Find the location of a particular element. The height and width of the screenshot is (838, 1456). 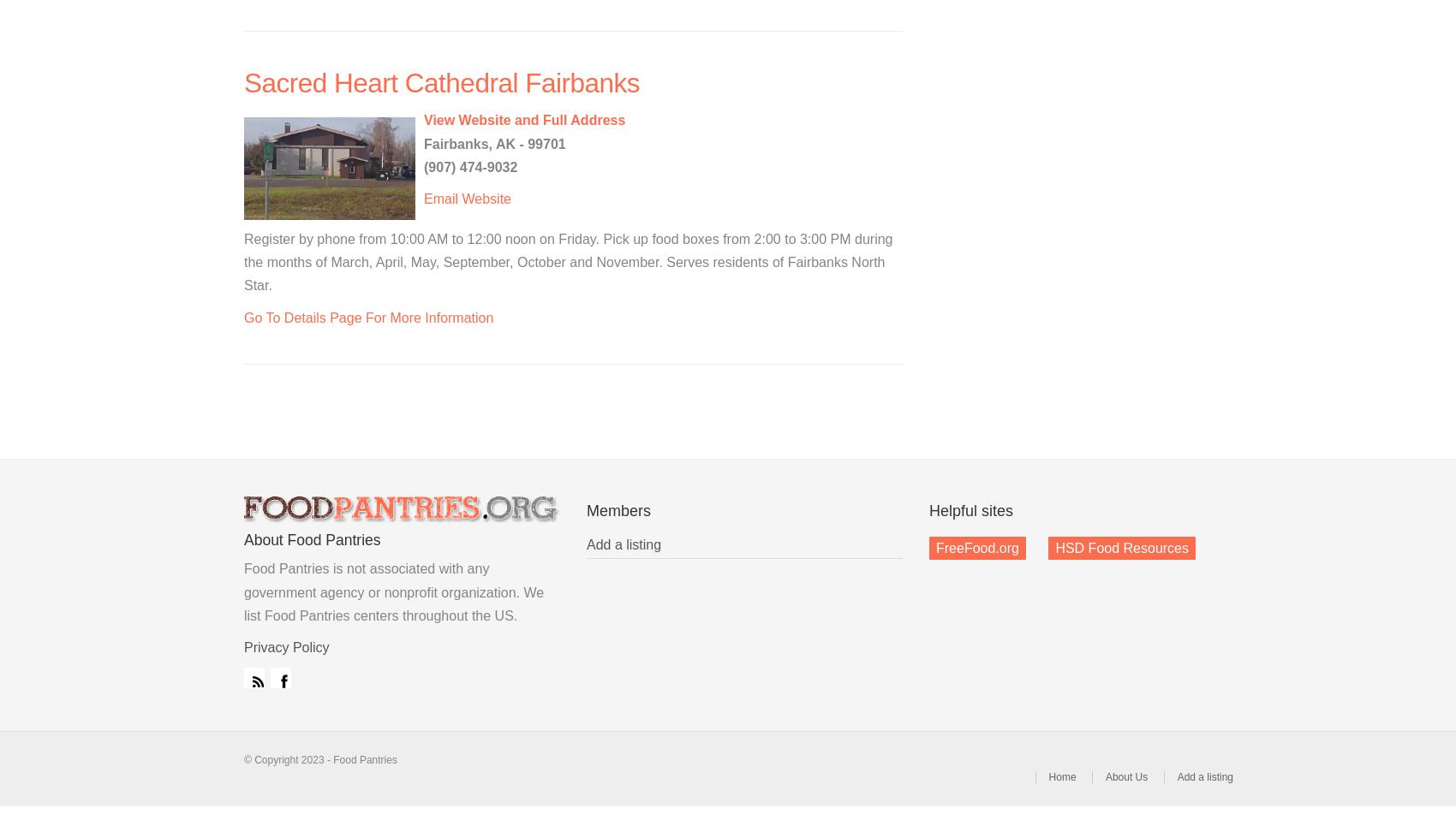

'FreeFood.org' is located at coordinates (977, 546).